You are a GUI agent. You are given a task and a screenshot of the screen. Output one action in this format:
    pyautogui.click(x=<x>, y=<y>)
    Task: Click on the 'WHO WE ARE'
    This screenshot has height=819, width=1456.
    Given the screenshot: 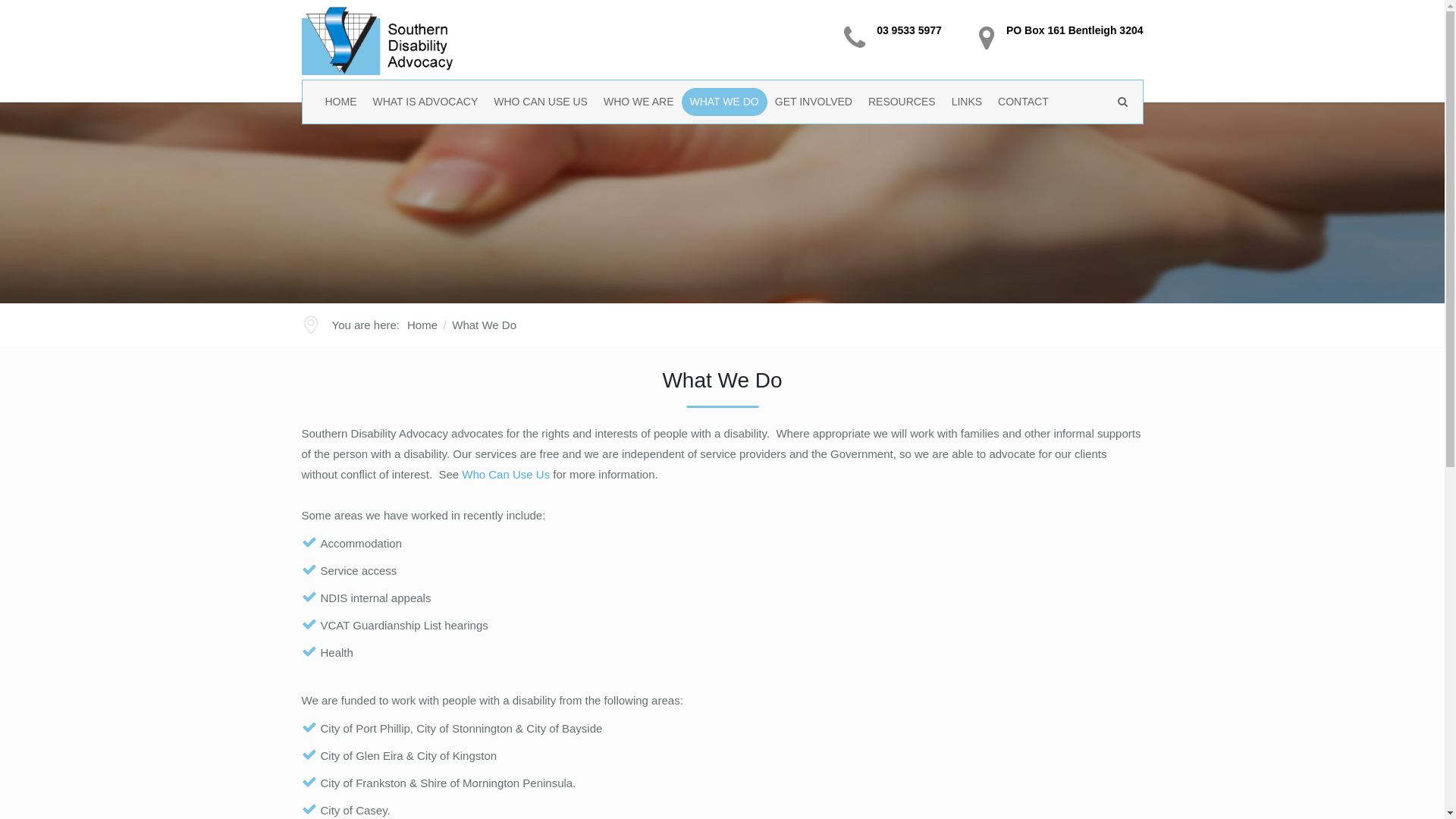 What is the action you would take?
    pyautogui.click(x=639, y=102)
    